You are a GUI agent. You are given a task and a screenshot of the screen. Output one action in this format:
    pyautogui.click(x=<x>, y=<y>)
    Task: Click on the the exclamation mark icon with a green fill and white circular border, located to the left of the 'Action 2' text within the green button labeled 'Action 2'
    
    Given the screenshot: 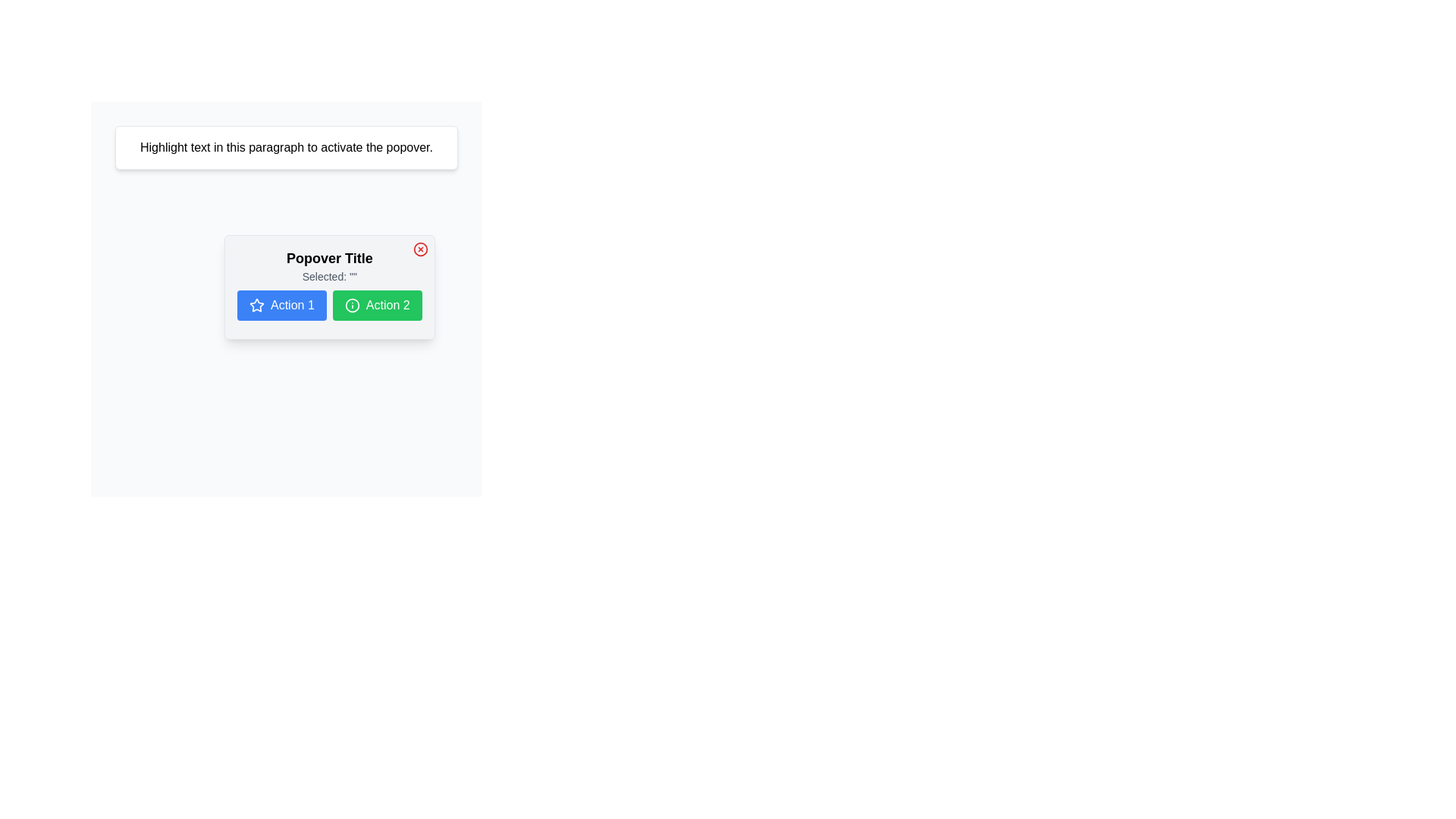 What is the action you would take?
    pyautogui.click(x=351, y=305)
    